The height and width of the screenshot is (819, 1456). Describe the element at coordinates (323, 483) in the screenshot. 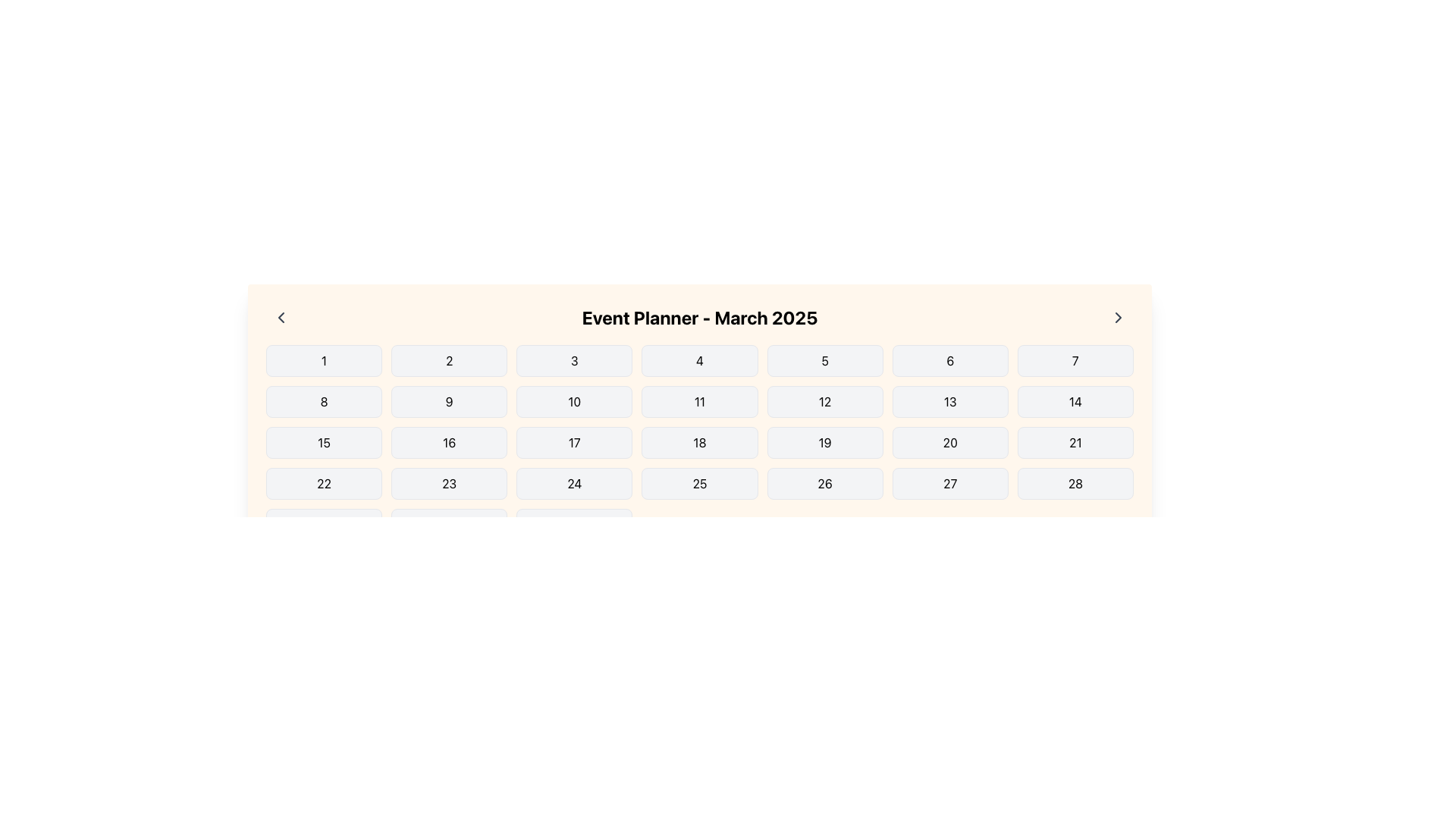

I see `the button displaying the number '22' in the calendar grid, located in the fourth row and first column` at that location.